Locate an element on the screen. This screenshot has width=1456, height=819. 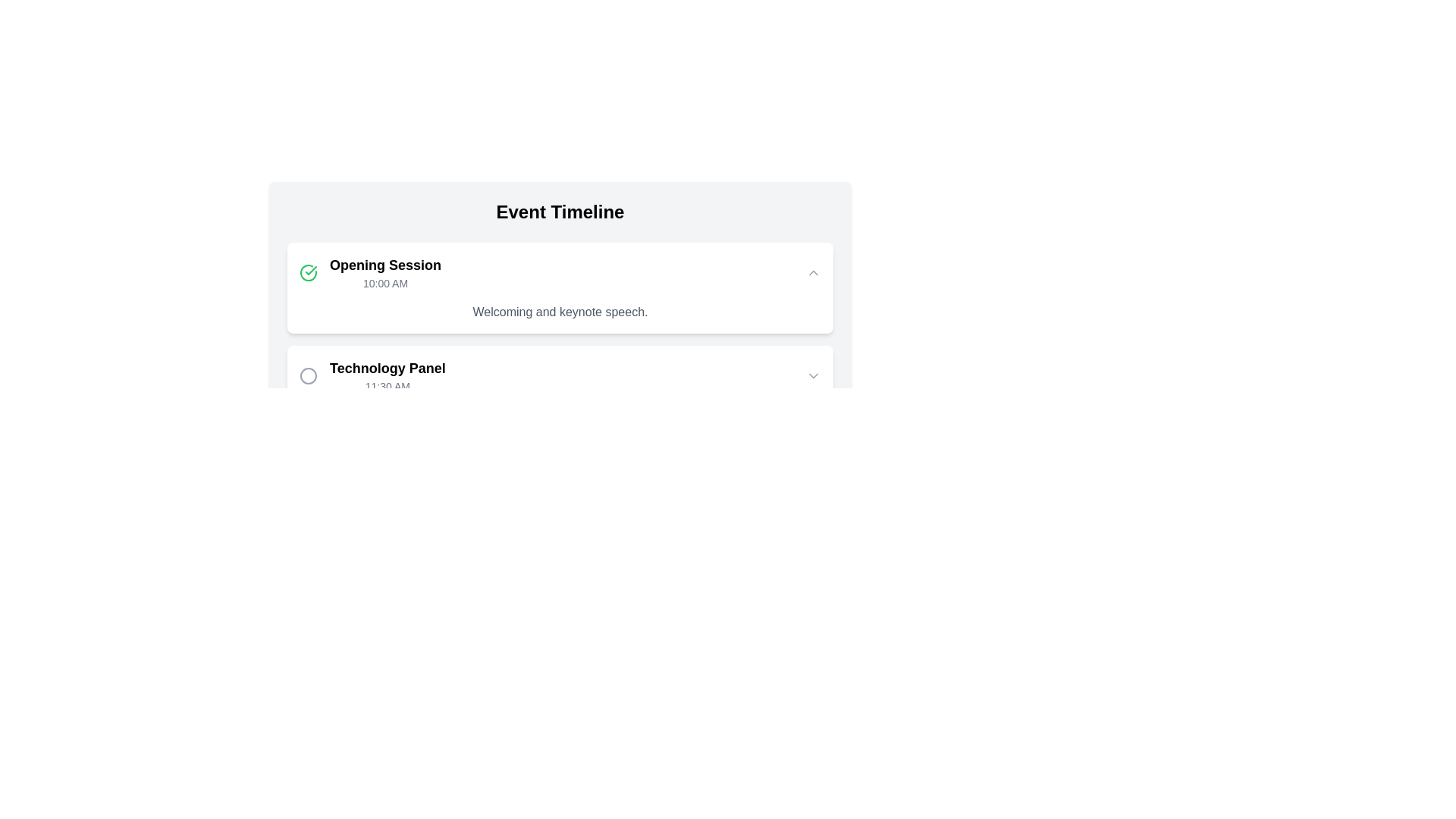
the circular icon with a green outline and checkmark, which is positioned to the left of the 'Opening Session' text in the 'Event Timeline' component is located at coordinates (308, 271).